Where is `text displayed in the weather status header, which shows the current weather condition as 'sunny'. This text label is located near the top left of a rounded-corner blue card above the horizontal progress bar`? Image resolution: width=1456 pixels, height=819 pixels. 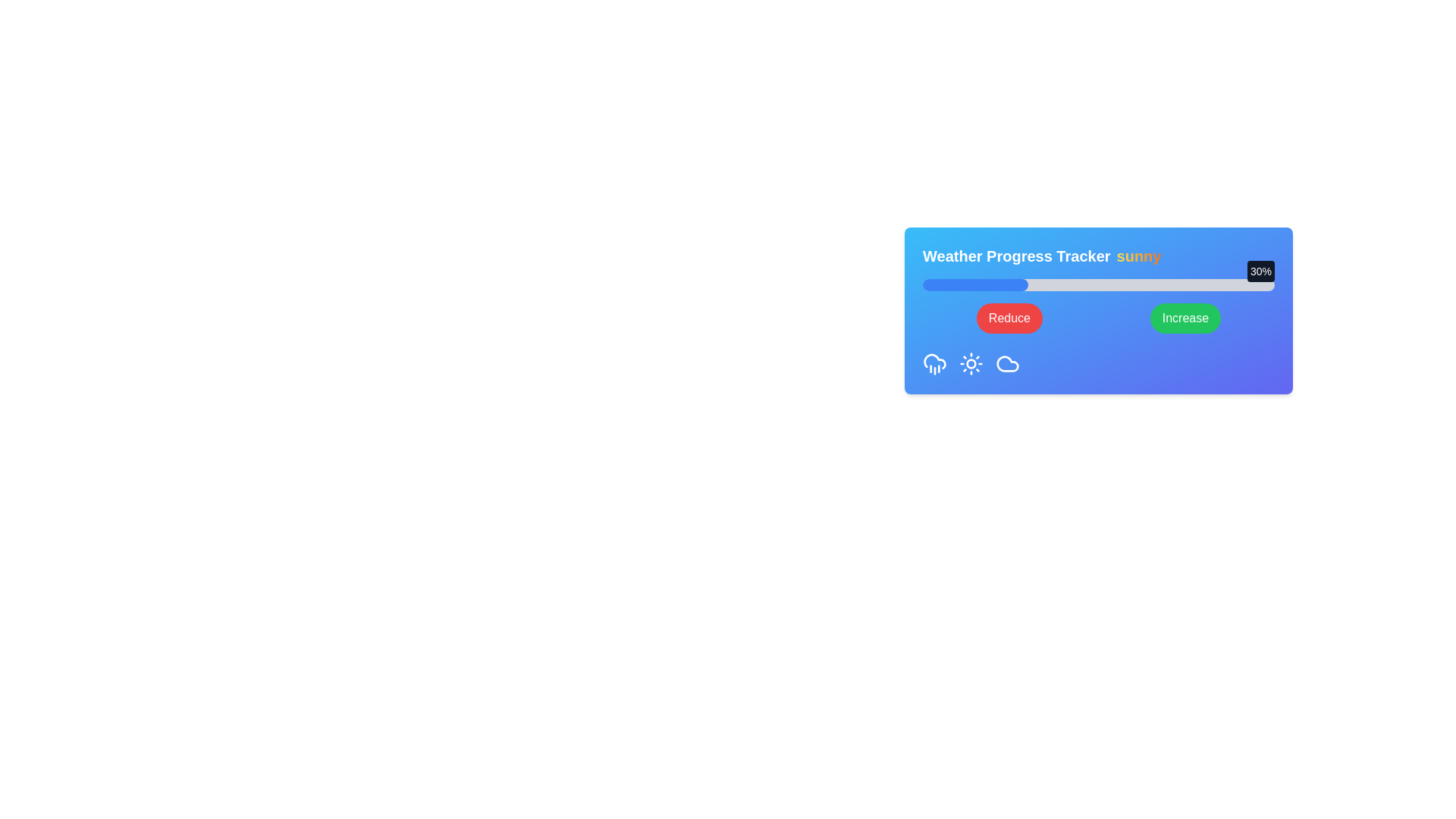
text displayed in the weather status header, which shows the current weather condition as 'sunny'. This text label is located near the top left of a rounded-corner blue card above the horizontal progress bar is located at coordinates (1099, 256).